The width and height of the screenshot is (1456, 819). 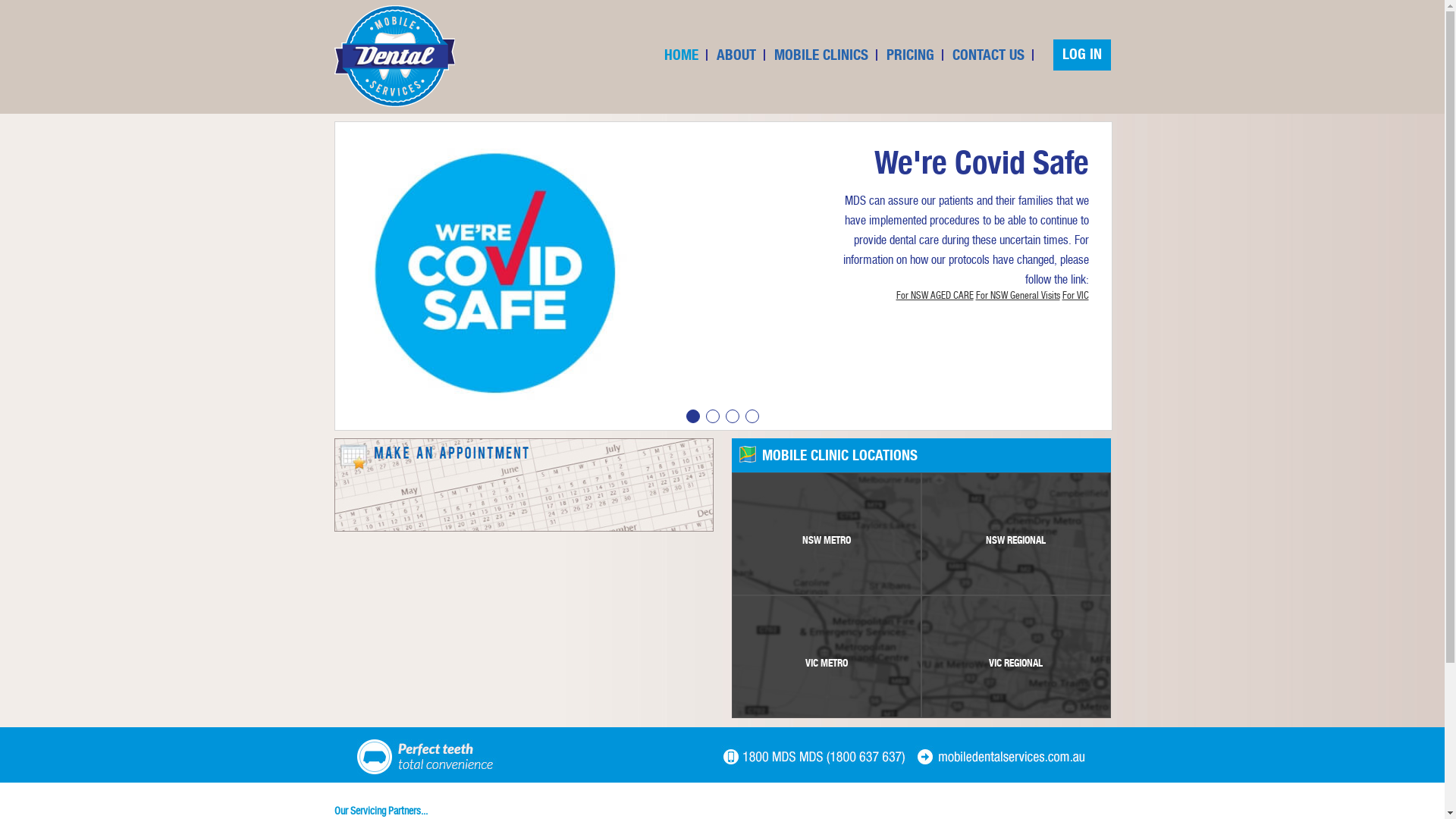 I want to click on 'Previous', so click(x=337, y=286).